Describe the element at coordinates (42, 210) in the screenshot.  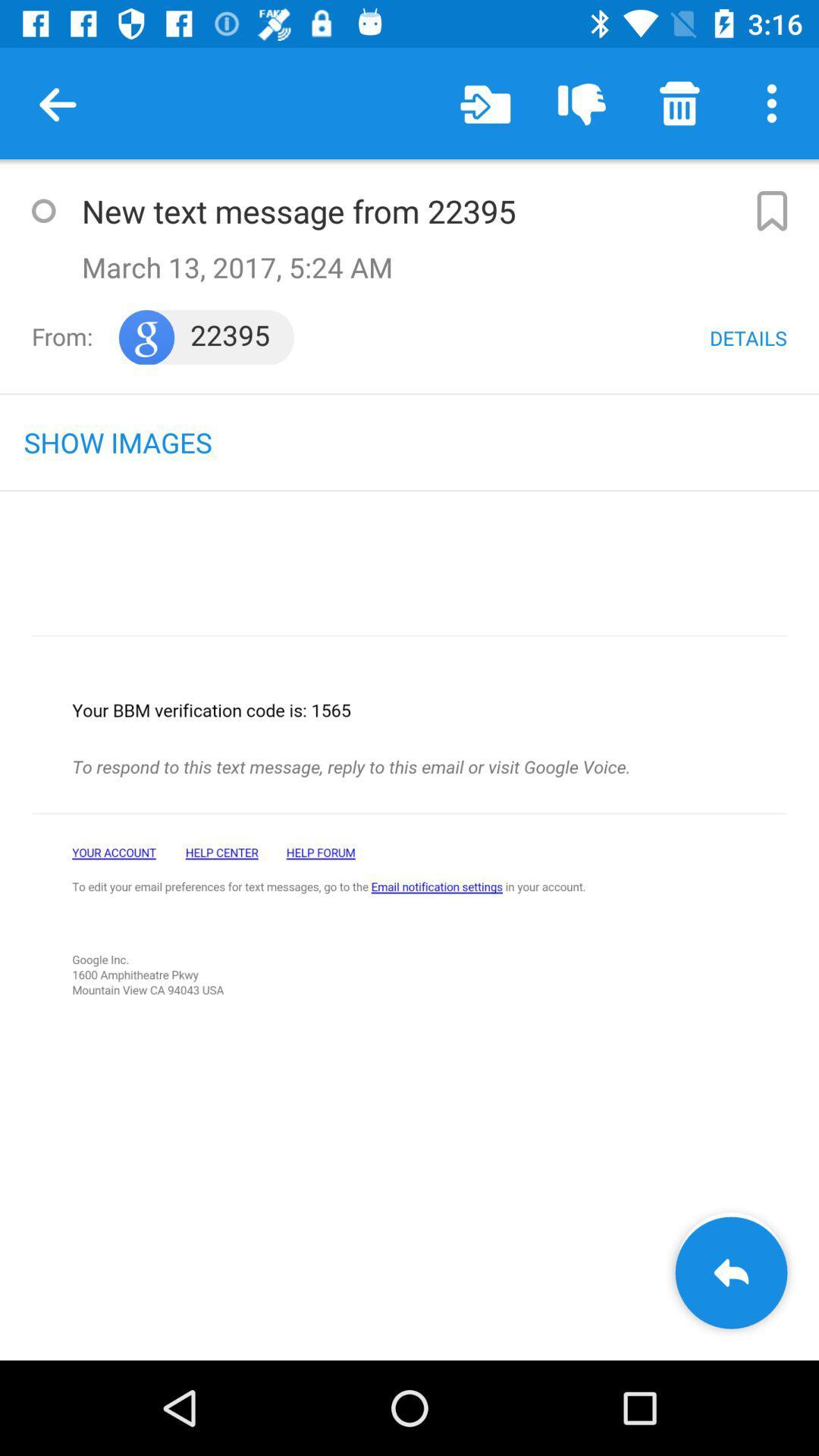
I see `option` at that location.